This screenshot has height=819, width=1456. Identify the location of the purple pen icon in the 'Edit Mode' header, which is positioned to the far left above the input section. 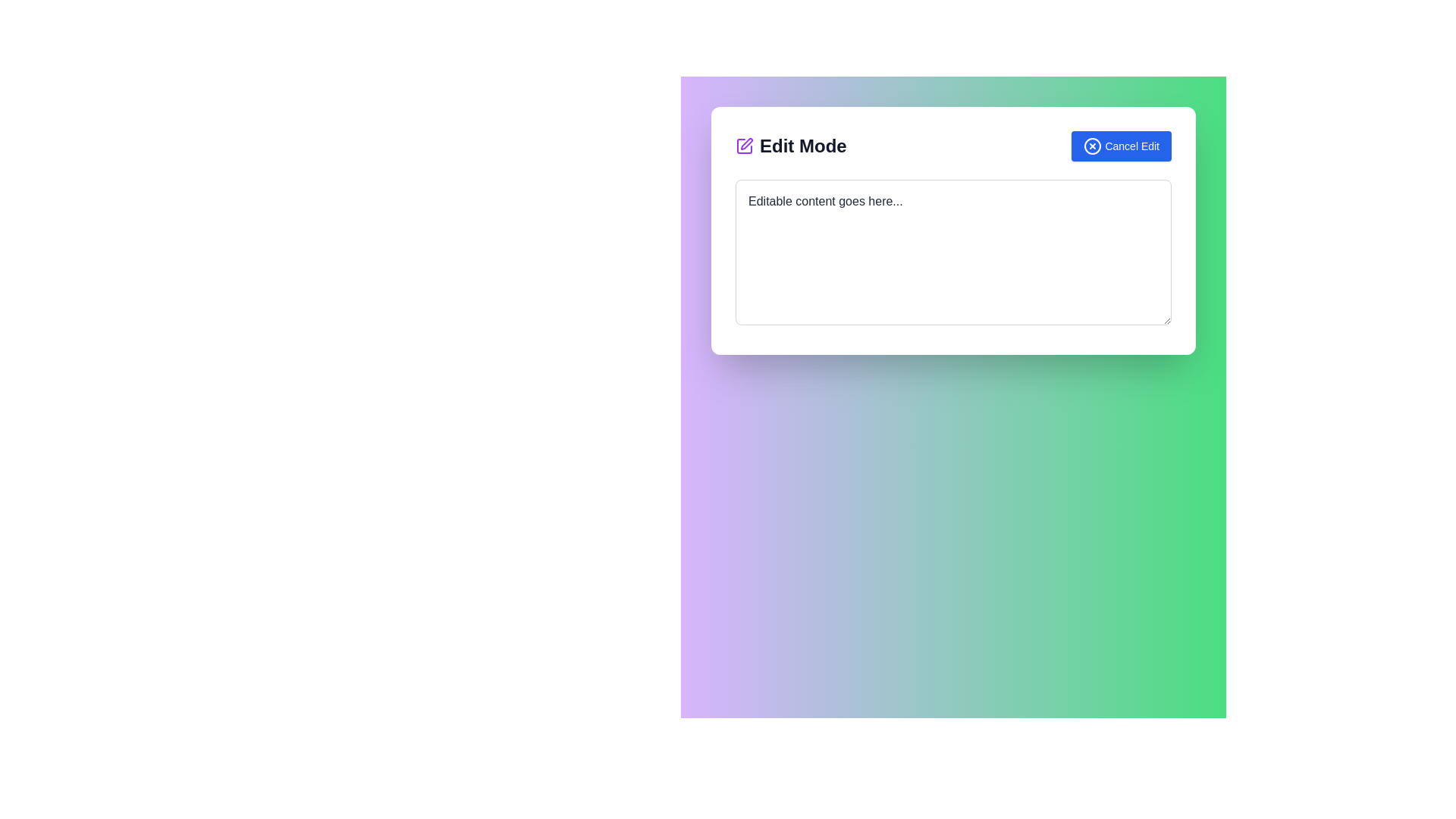
(745, 146).